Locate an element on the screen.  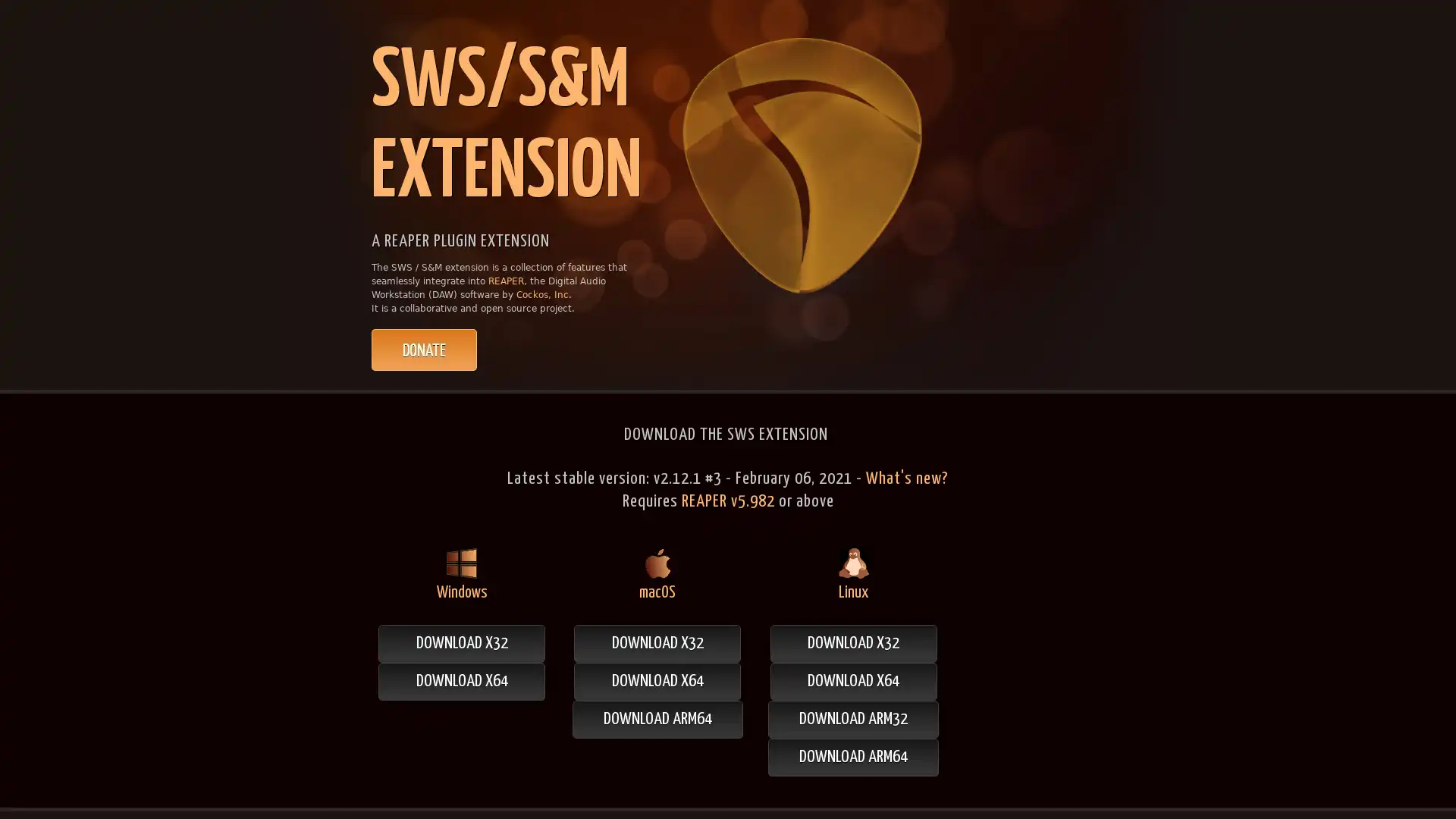
DOWNLOAD ARM64 is located at coordinates (726, 718).